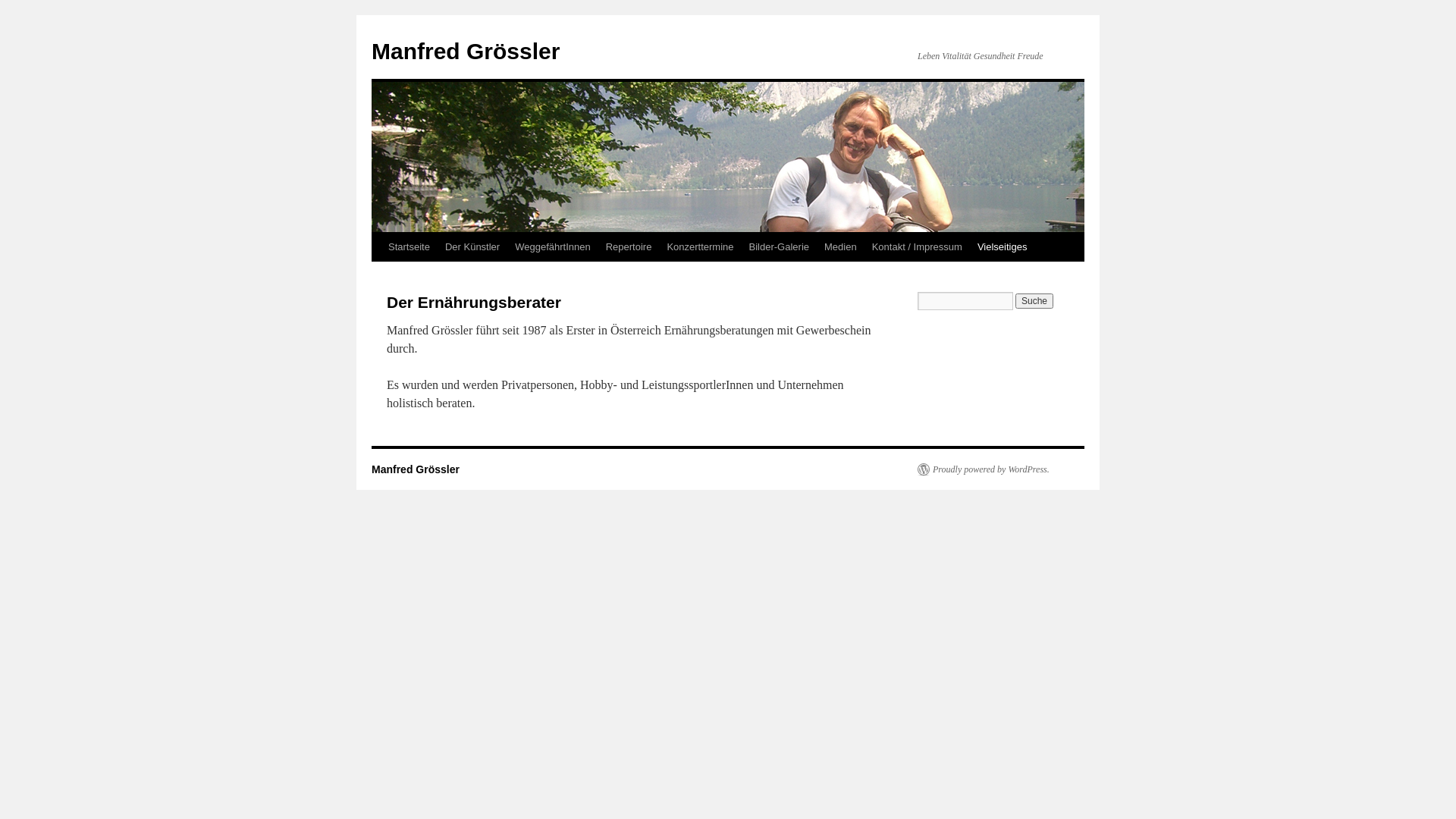 This screenshot has height=819, width=1456. What do you see at coordinates (839, 246) in the screenshot?
I see `'Medien'` at bounding box center [839, 246].